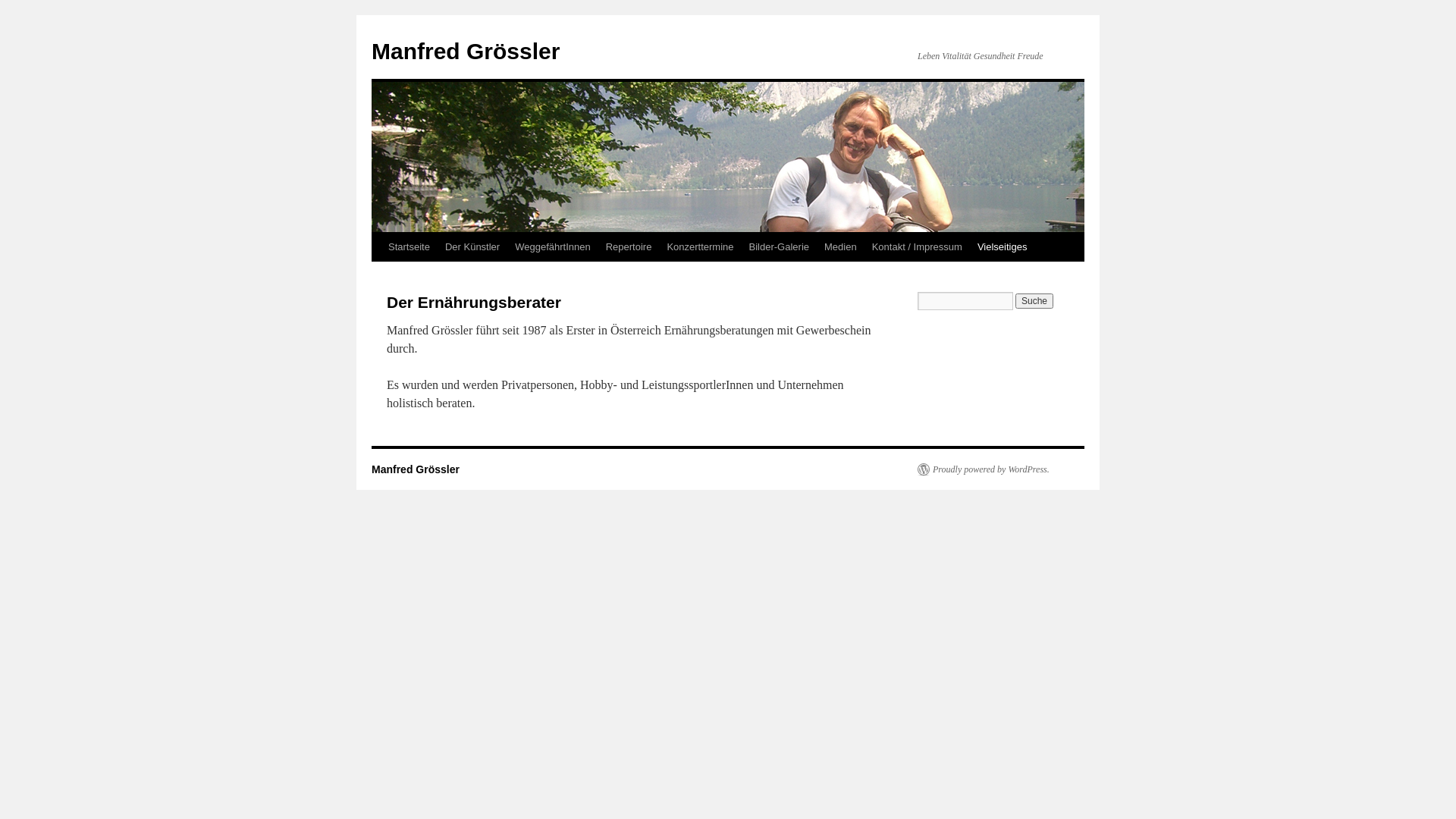 This screenshot has height=819, width=1456. What do you see at coordinates (839, 246) in the screenshot?
I see `'Medien'` at bounding box center [839, 246].